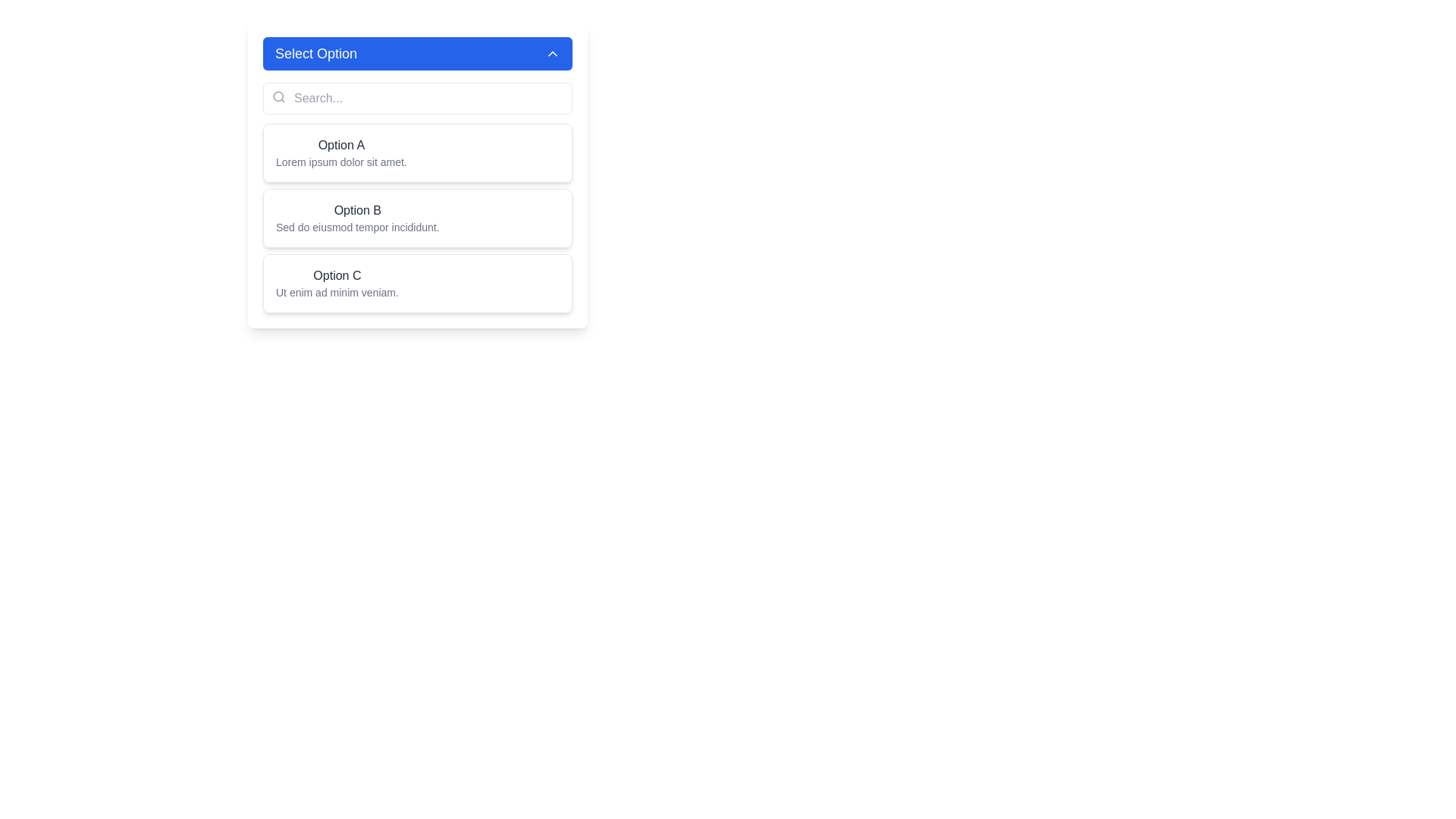  Describe the element at coordinates (278, 96) in the screenshot. I see `the outlined circular SVG element located at the top-left corner of the search bar` at that location.